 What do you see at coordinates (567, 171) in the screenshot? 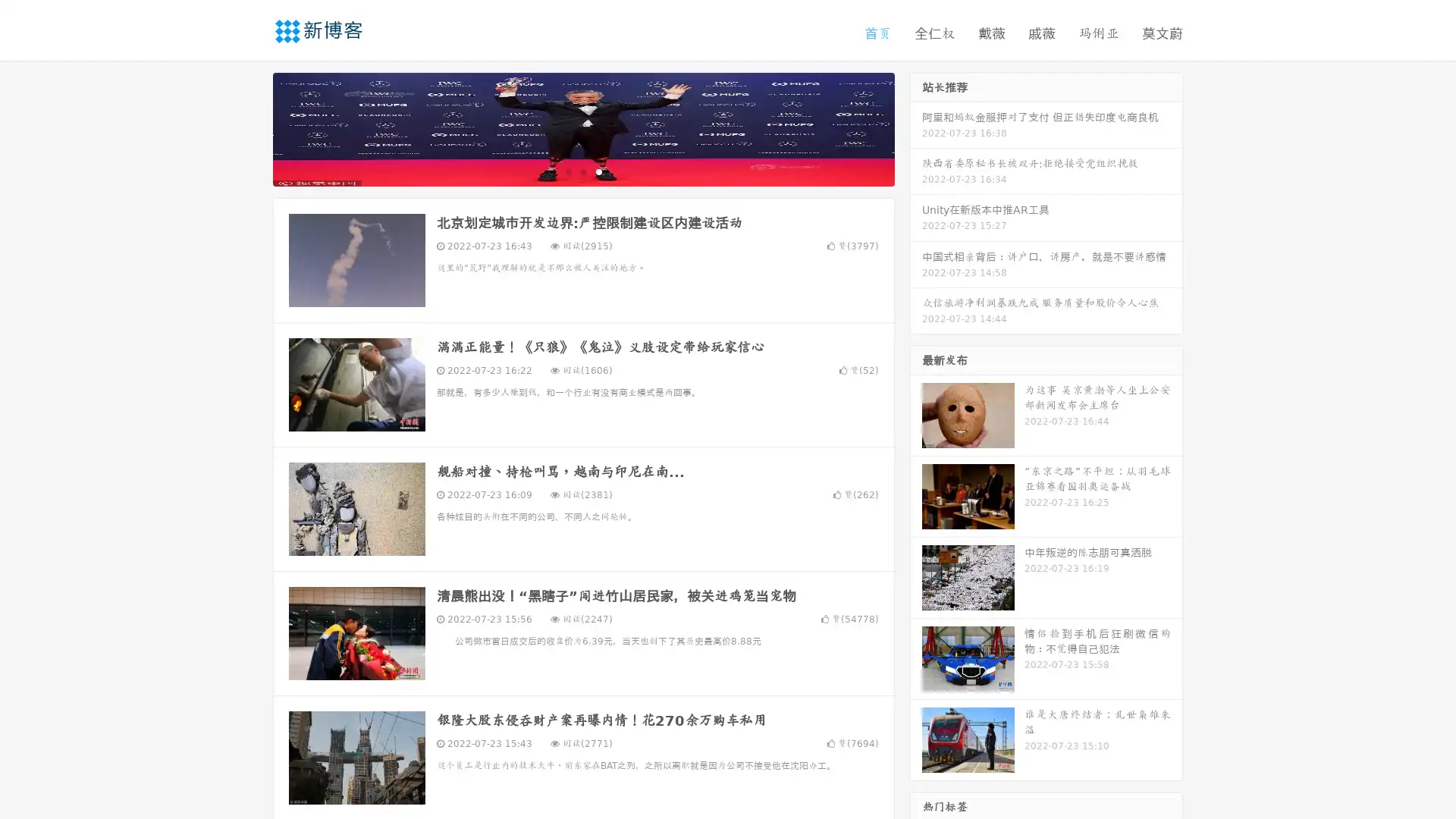
I see `Go to slide 1` at bounding box center [567, 171].